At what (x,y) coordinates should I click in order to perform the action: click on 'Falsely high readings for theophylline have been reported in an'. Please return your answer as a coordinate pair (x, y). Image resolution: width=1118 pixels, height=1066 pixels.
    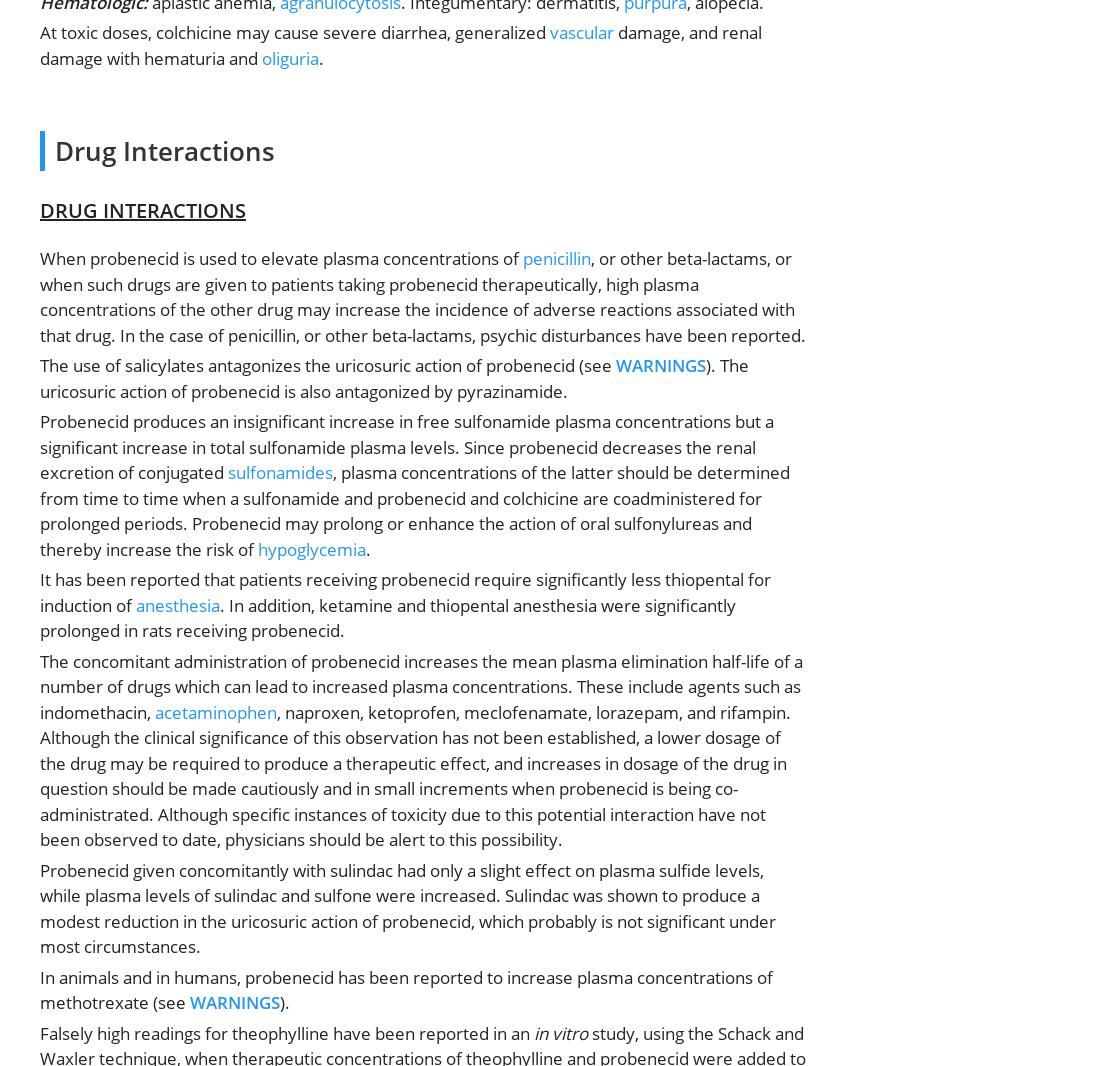
    Looking at the image, I should click on (285, 1032).